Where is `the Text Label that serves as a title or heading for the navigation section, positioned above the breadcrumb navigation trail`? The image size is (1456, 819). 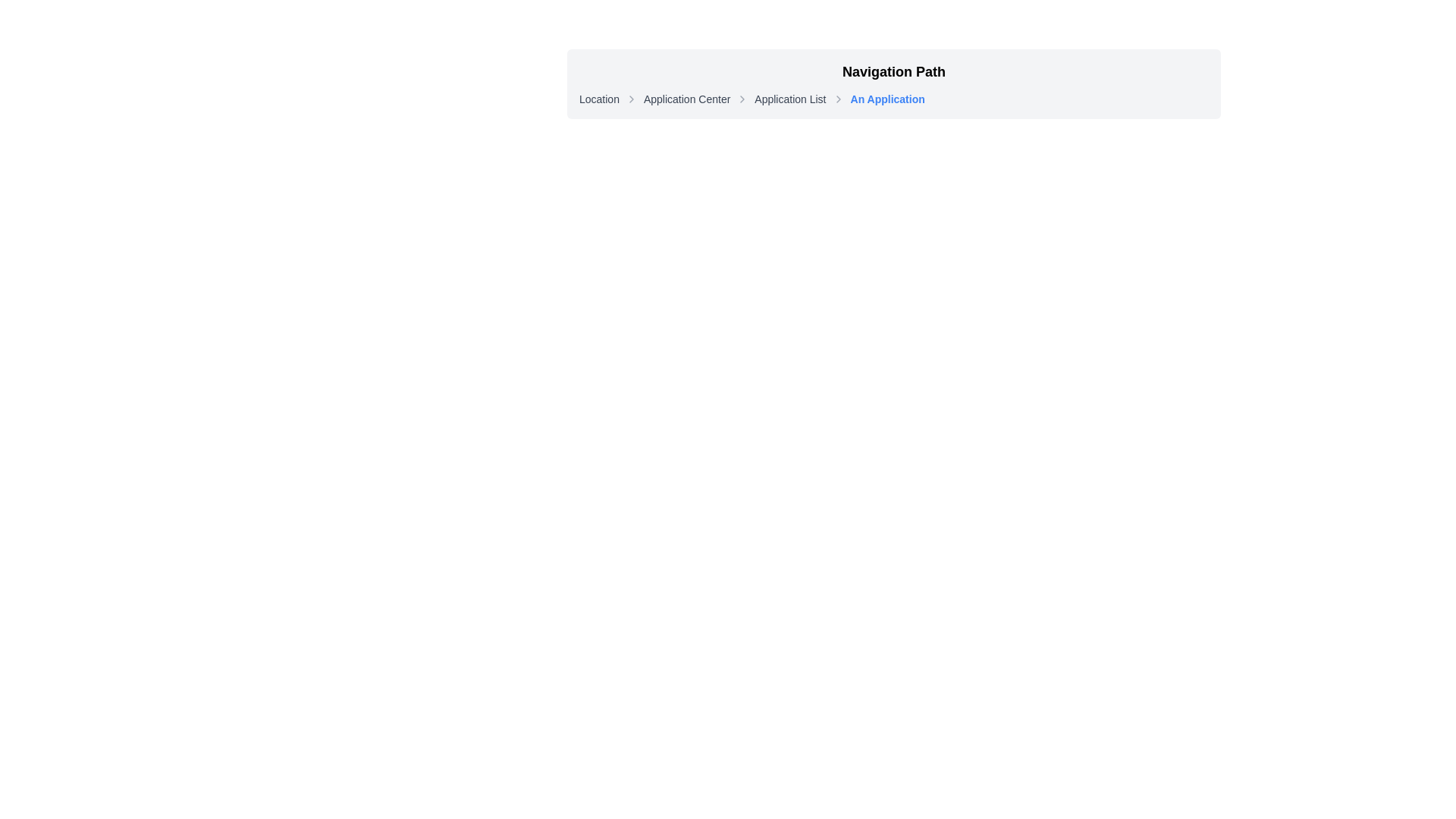
the Text Label that serves as a title or heading for the navigation section, positioned above the breadcrumb navigation trail is located at coordinates (894, 72).